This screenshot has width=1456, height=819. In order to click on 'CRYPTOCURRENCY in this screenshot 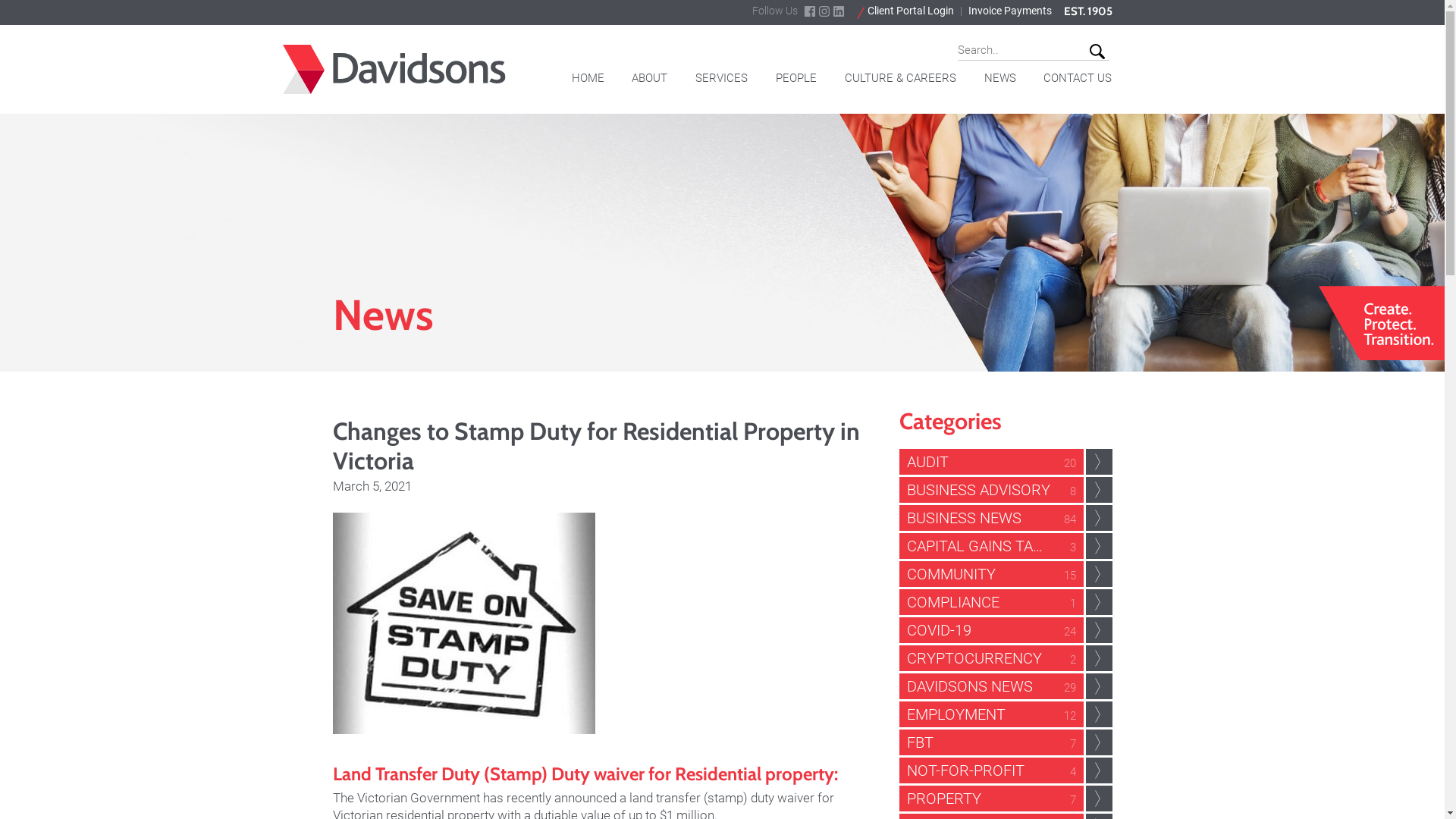, I will do `click(1005, 657)`.